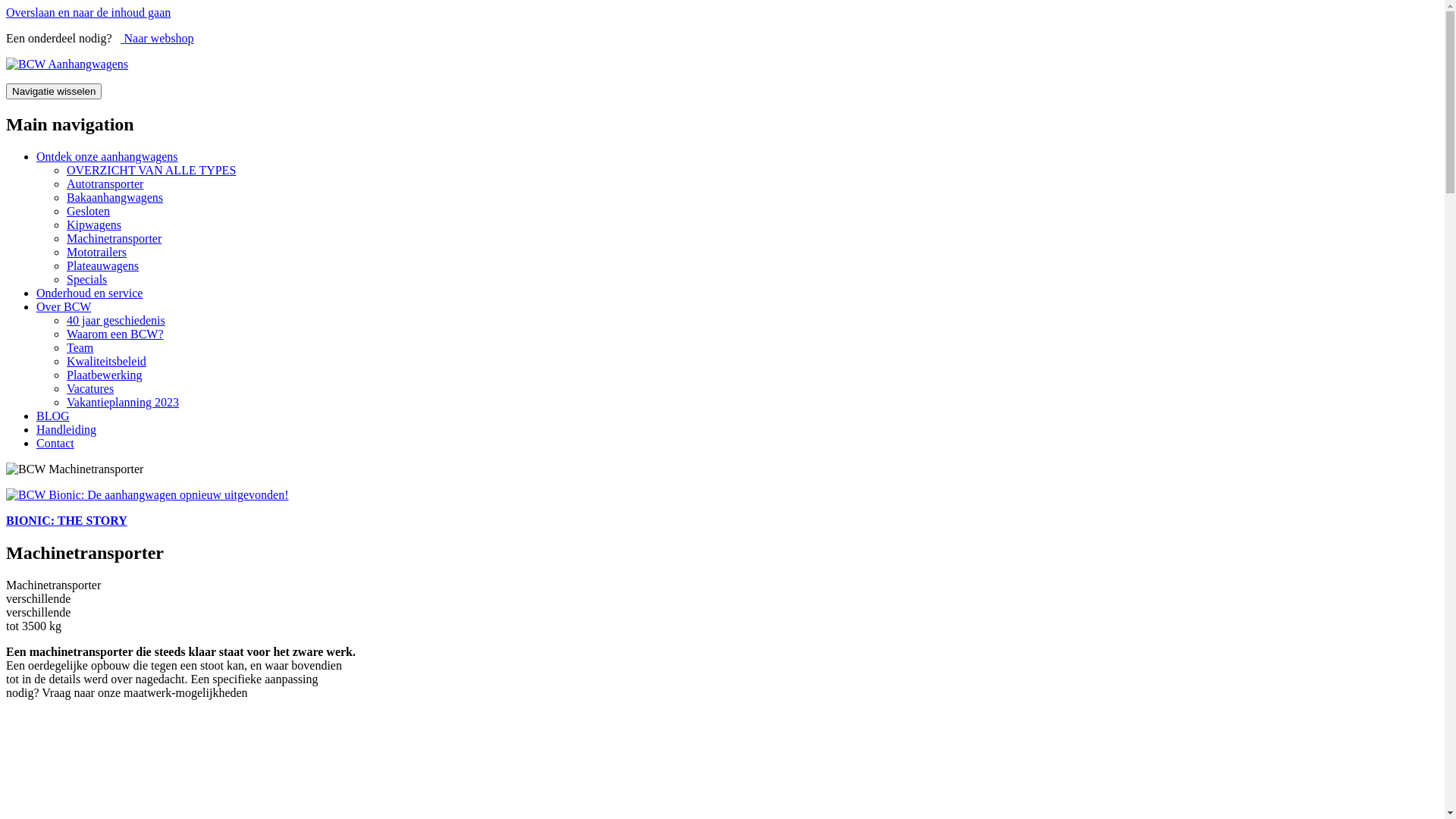  What do you see at coordinates (6, 508) in the screenshot?
I see `'BIONIC: THE STORY'` at bounding box center [6, 508].